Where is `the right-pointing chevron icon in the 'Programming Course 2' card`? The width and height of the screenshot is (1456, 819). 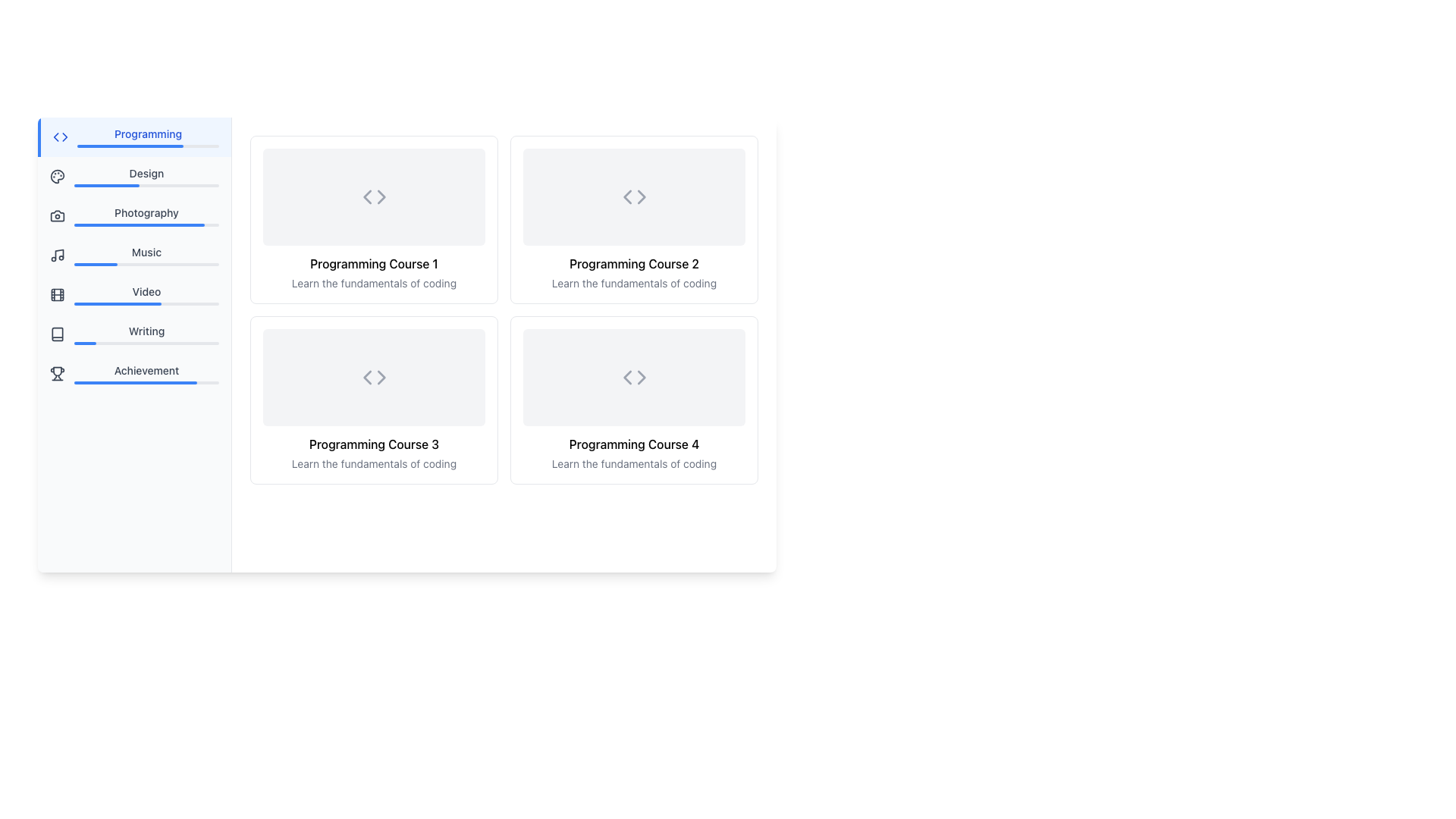
the right-pointing chevron icon in the 'Programming Course 2' card is located at coordinates (641, 196).